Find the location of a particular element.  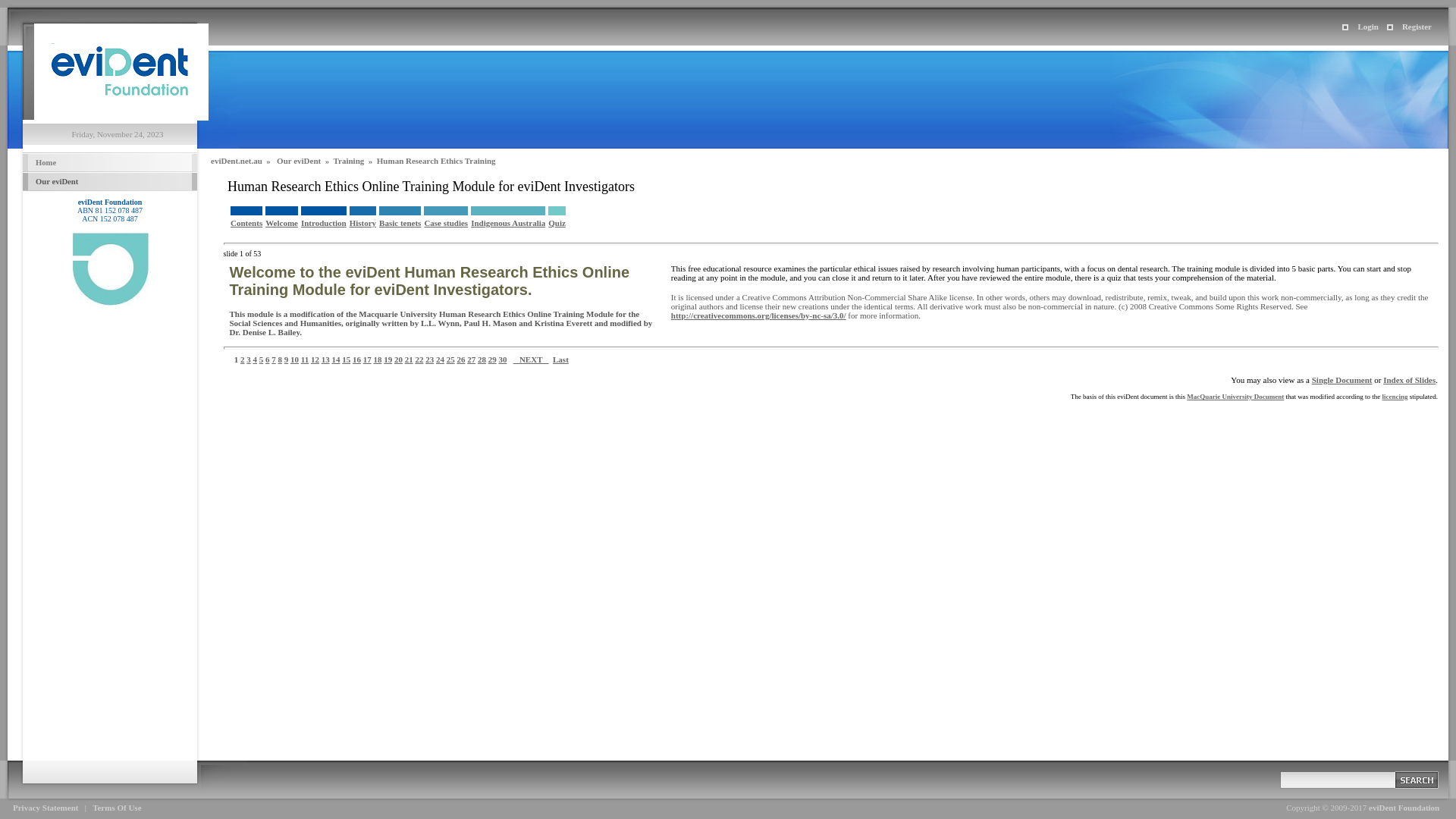

'25' is located at coordinates (450, 359).